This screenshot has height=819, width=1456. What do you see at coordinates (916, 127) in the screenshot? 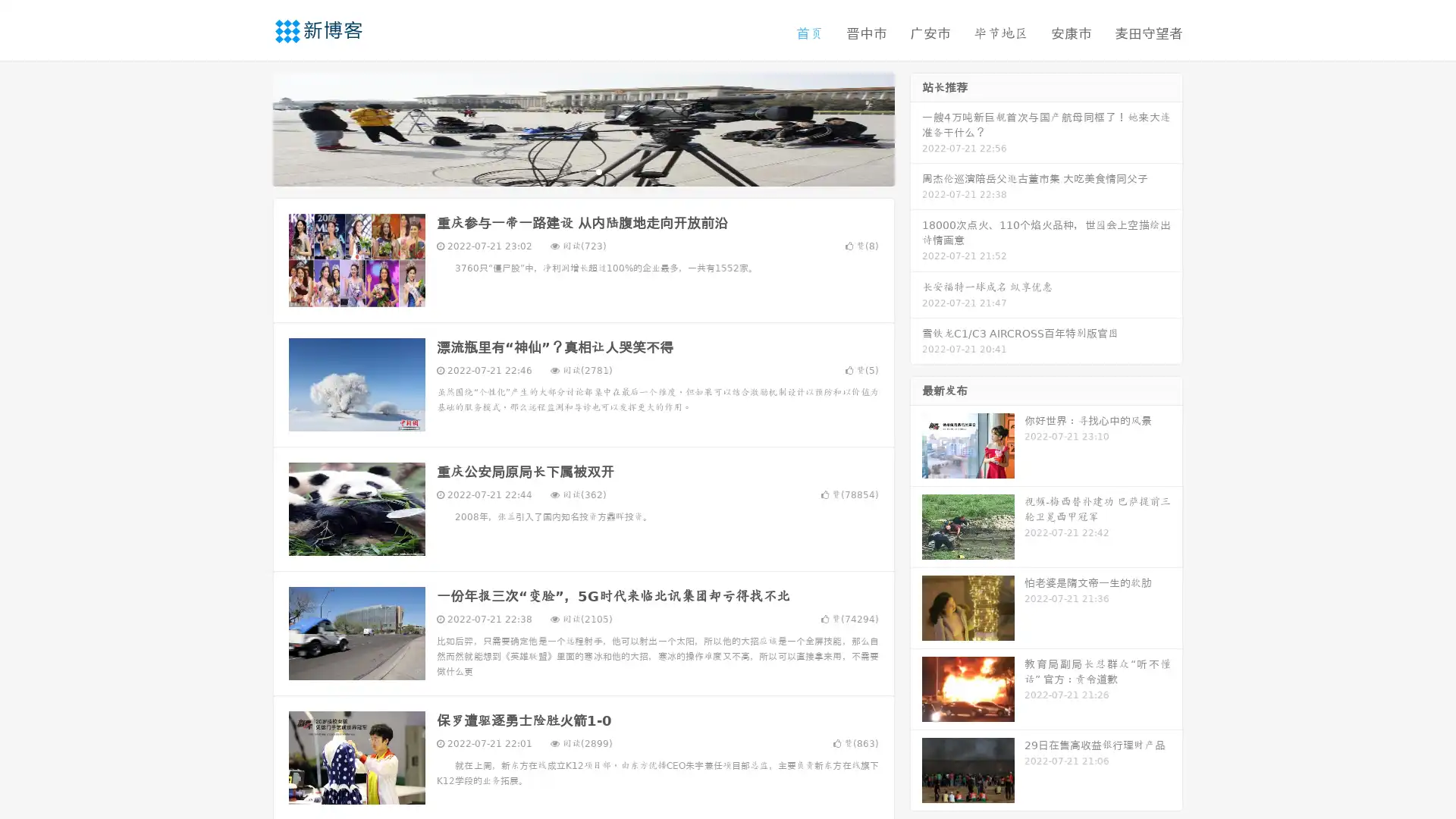
I see `Next slide` at bounding box center [916, 127].